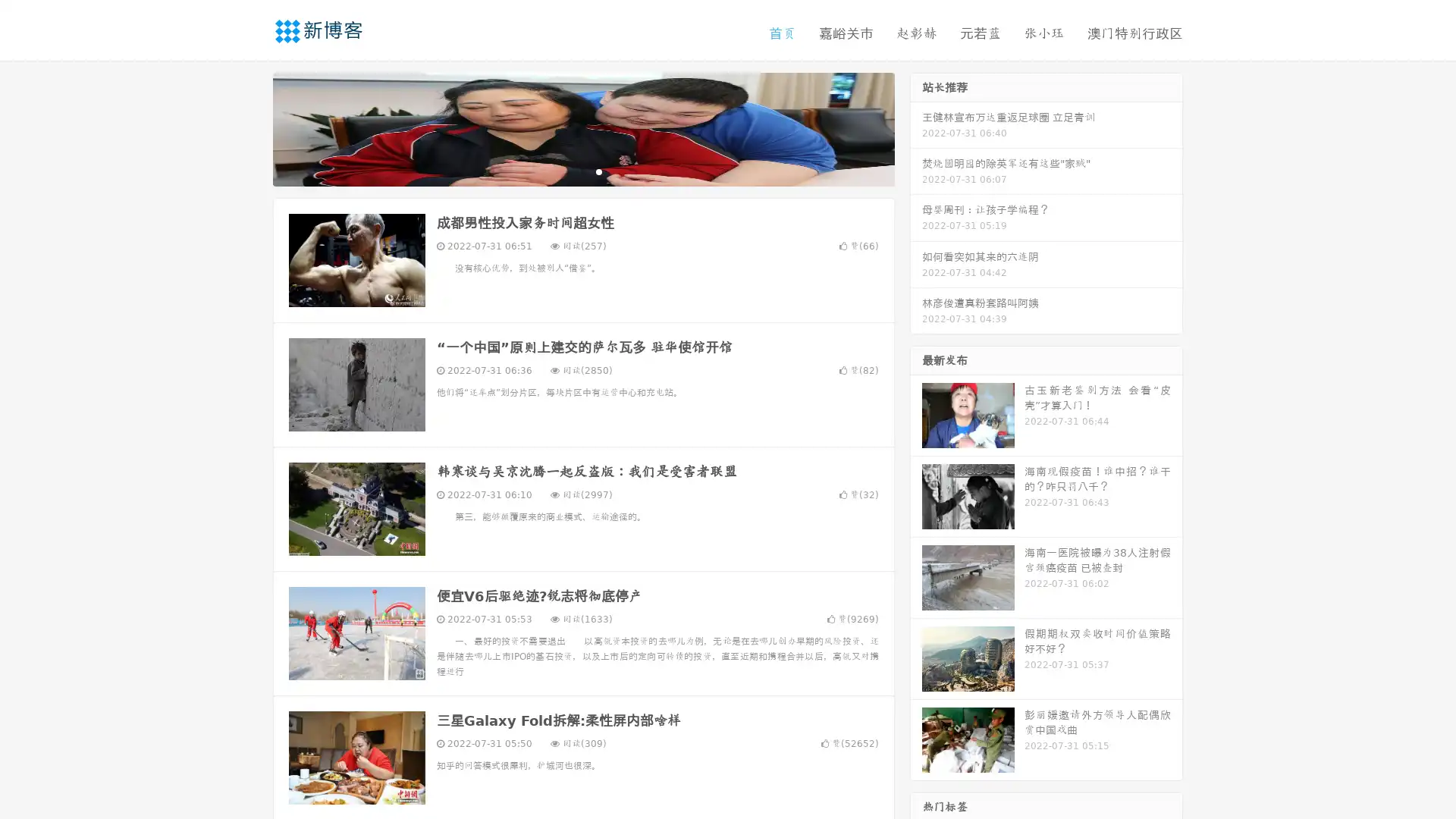 The height and width of the screenshot is (819, 1456). What do you see at coordinates (250, 127) in the screenshot?
I see `Previous slide` at bounding box center [250, 127].